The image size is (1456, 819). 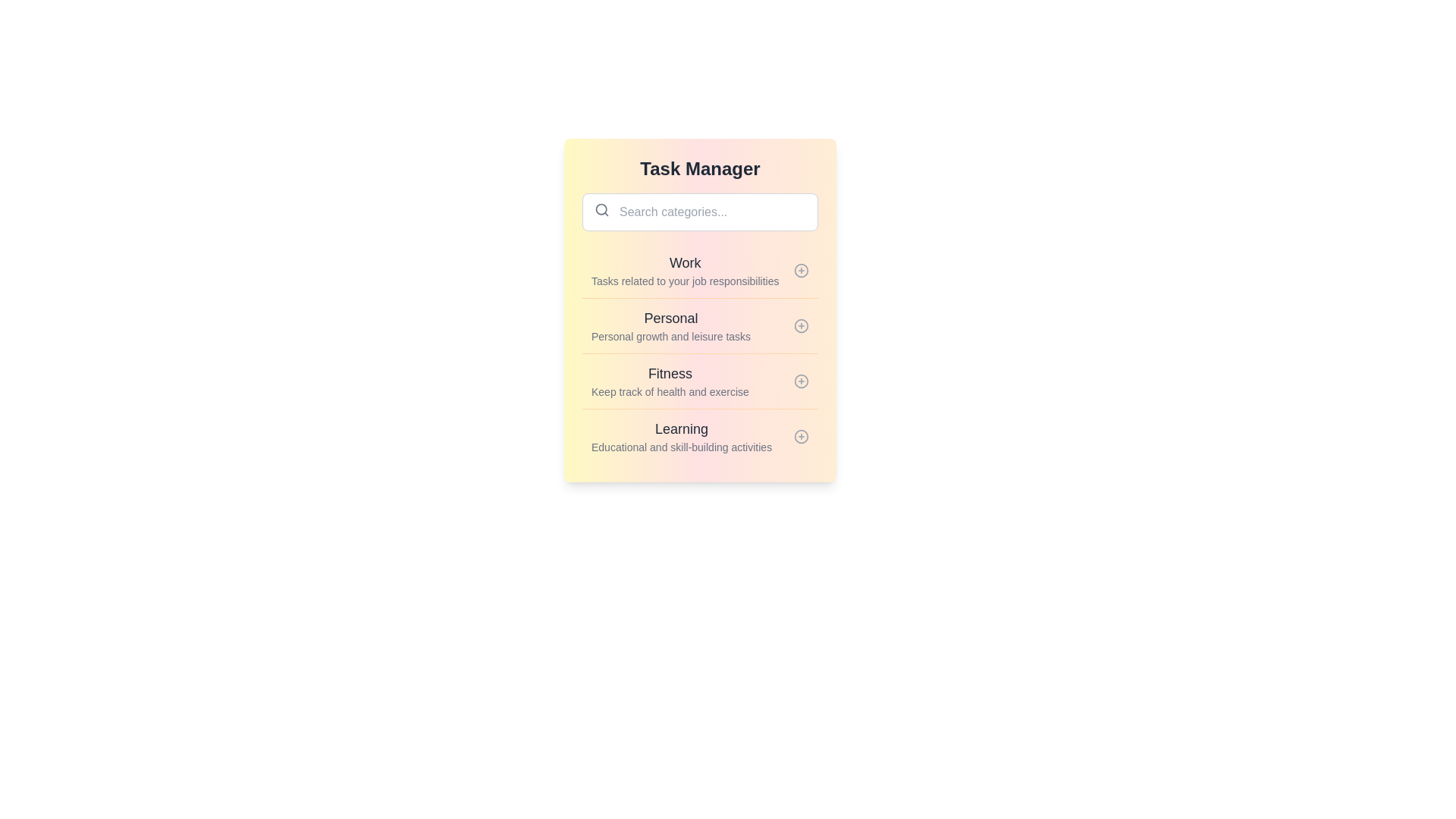 What do you see at coordinates (680, 436) in the screenshot?
I see `the 'Learning' text label with a descriptive subtitle` at bounding box center [680, 436].